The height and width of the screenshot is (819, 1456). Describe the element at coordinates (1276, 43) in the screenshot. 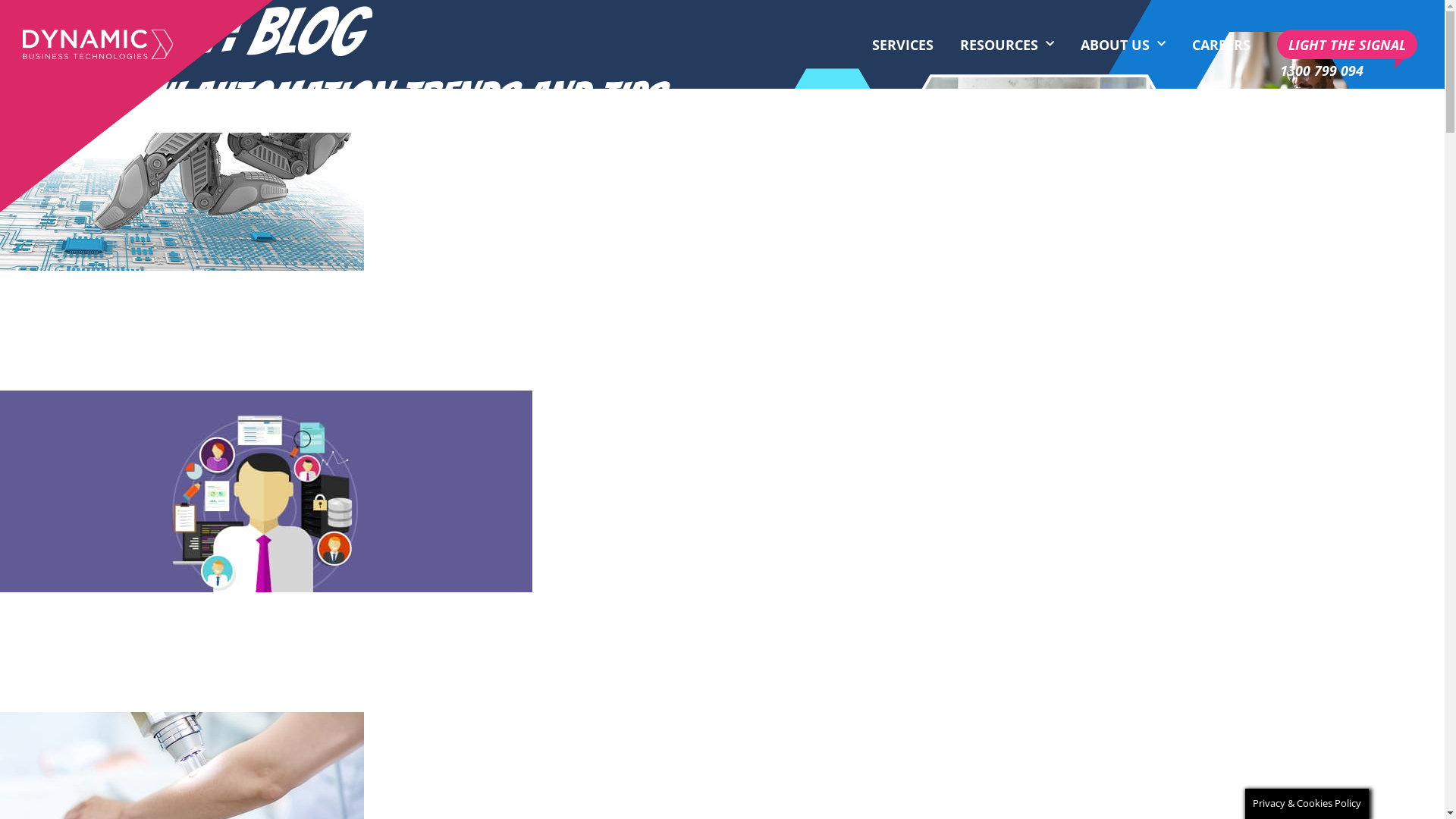

I see `'LIGHT THE SIGNAL'` at that location.